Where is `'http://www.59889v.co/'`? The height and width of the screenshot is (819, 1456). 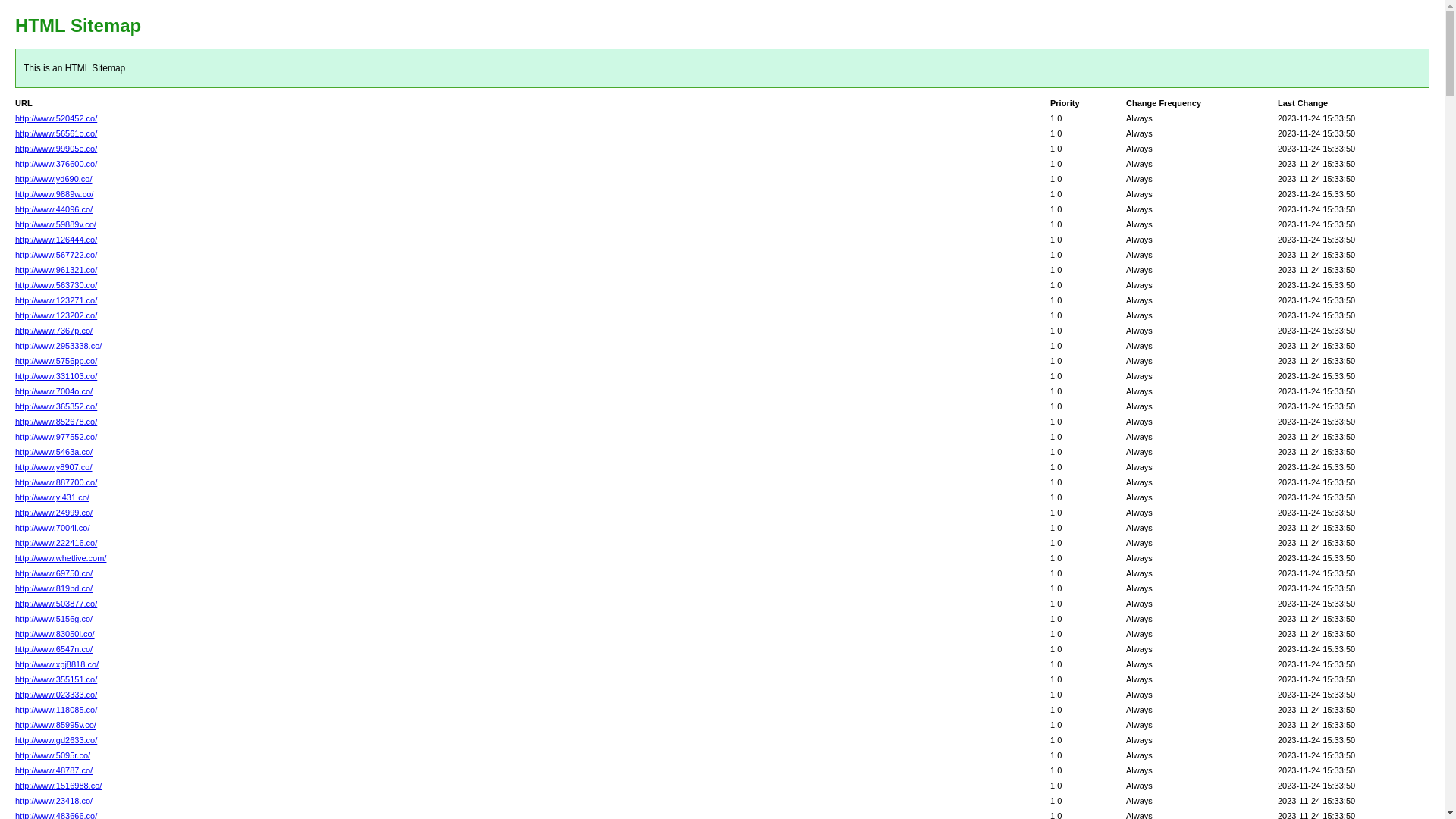 'http://www.59889v.co/' is located at coordinates (55, 224).